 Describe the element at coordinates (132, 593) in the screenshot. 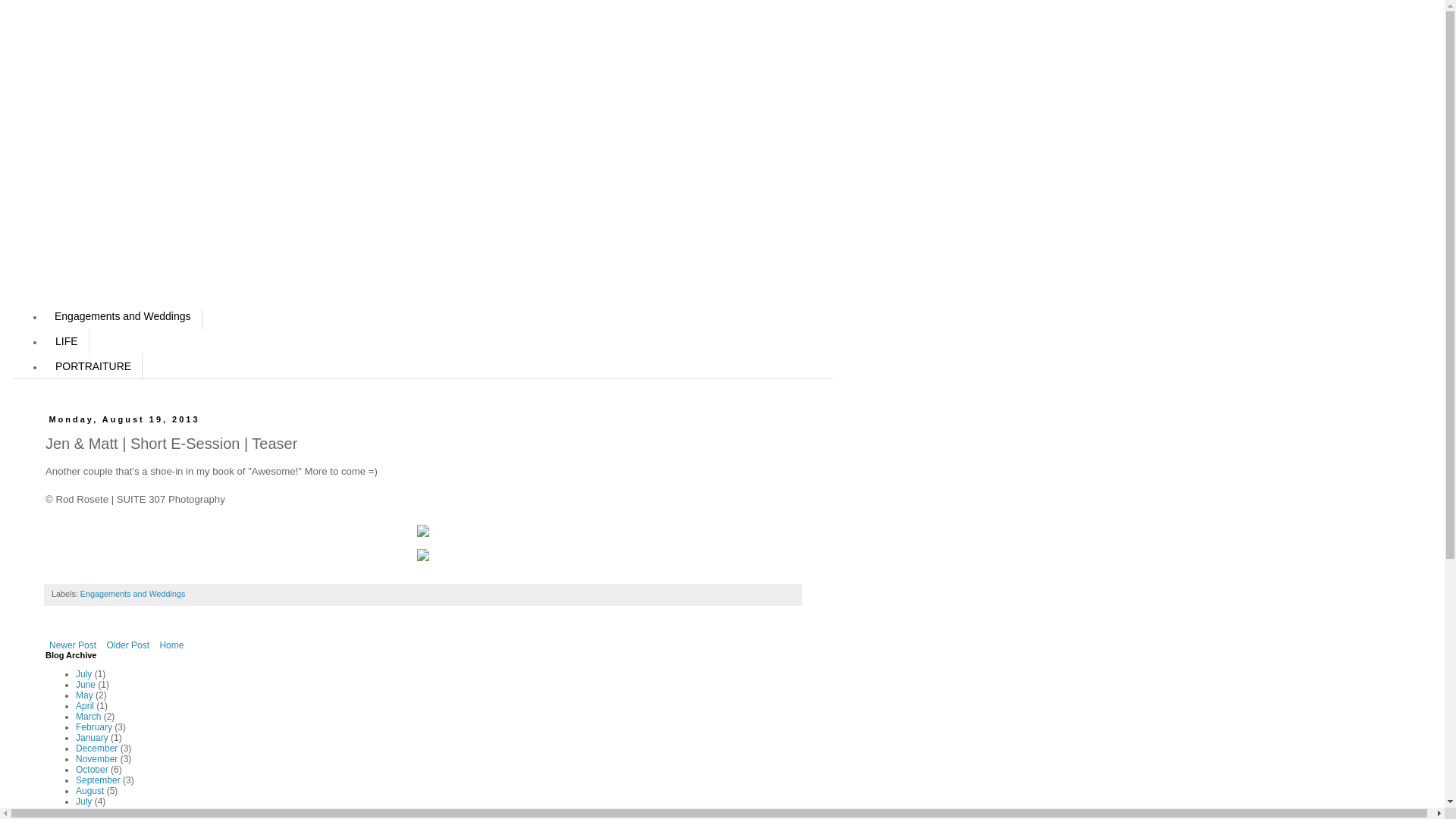

I see `'Engagements and Weddings'` at that location.